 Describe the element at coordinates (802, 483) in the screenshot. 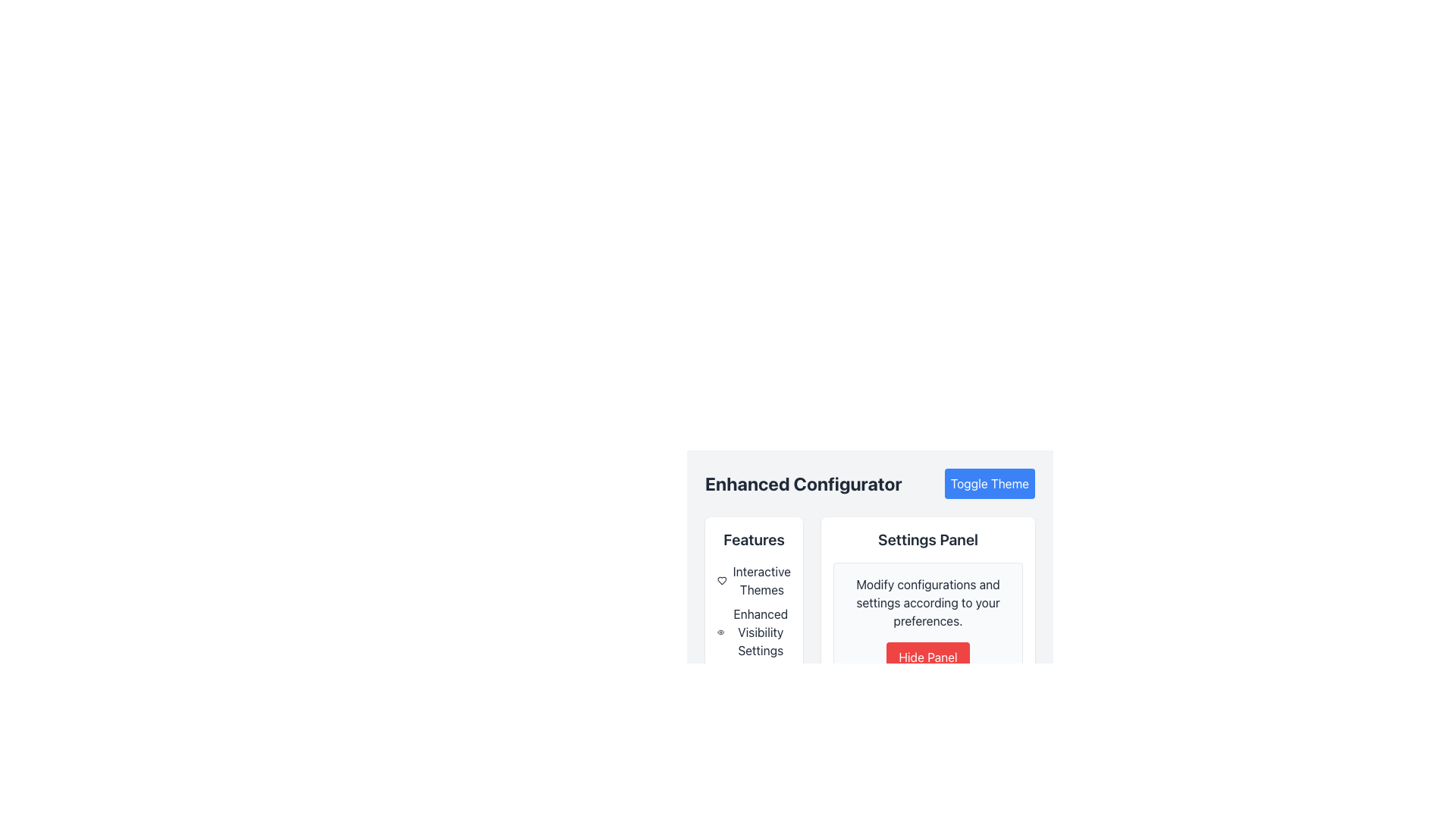

I see `the header text element that identifies the section's purpose, located at the top-center of the interface, slightly towards the top-left quadrant` at that location.